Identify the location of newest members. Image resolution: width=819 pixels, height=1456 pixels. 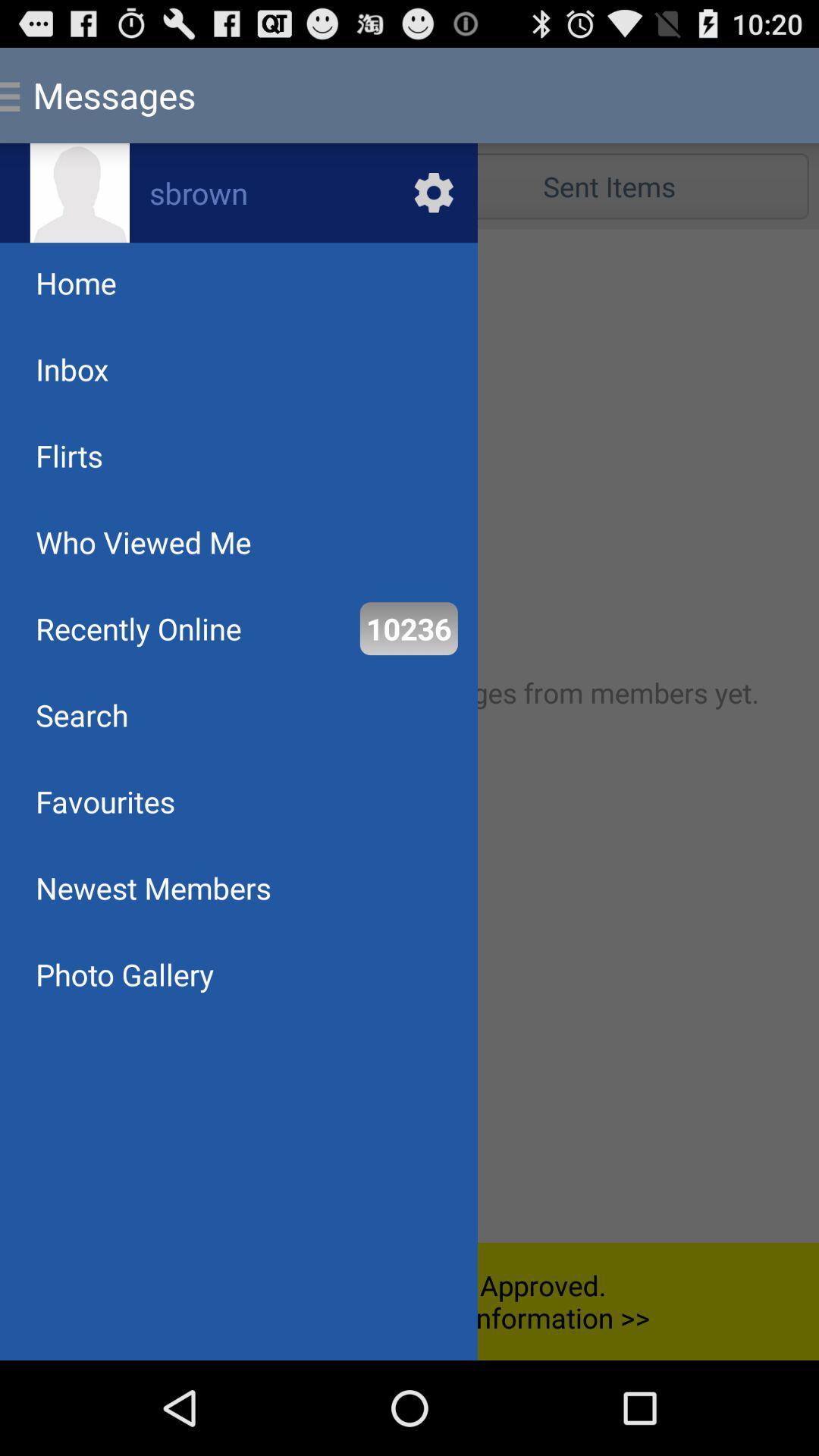
(153, 888).